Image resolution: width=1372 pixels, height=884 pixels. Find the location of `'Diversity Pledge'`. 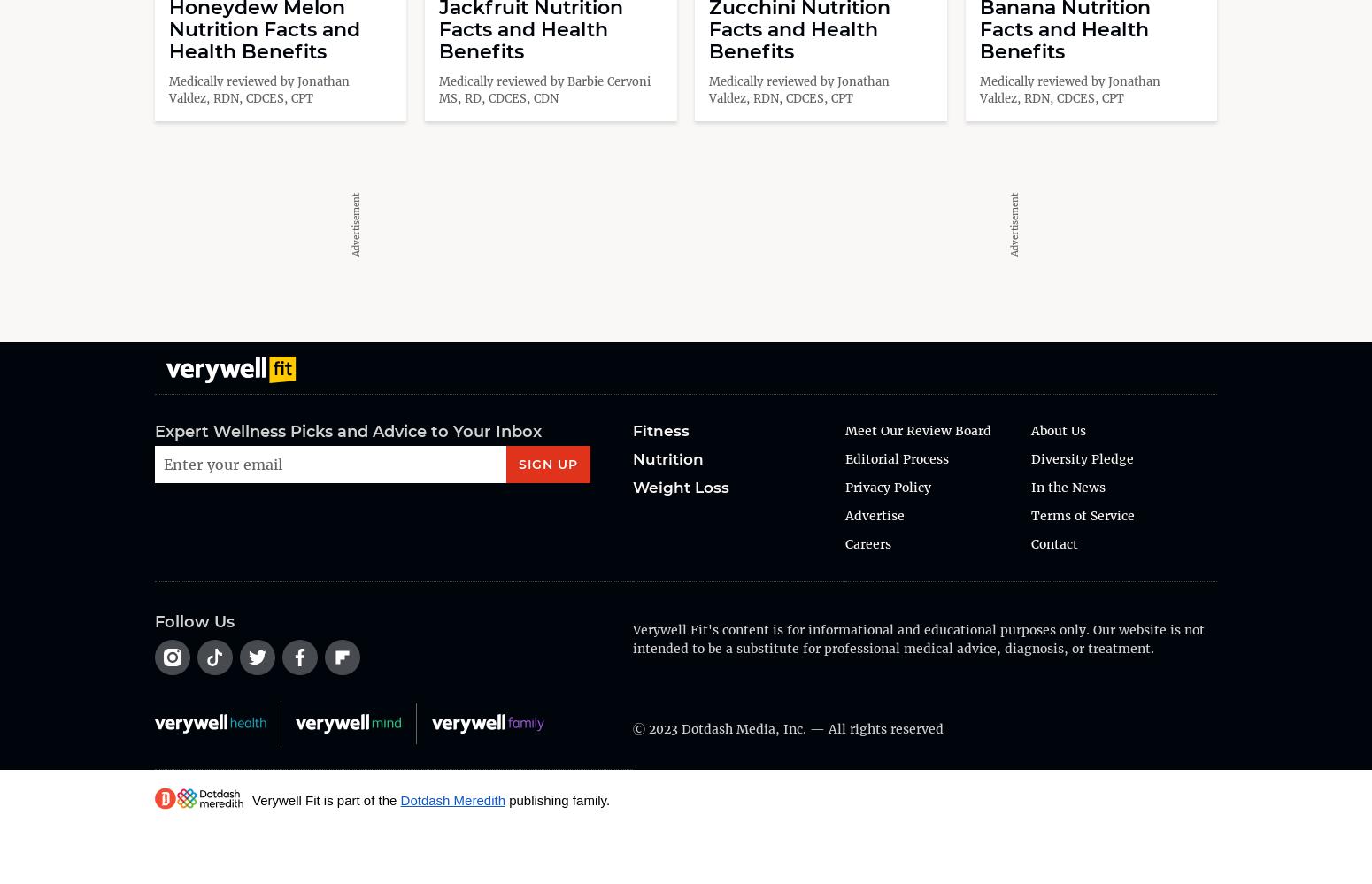

'Diversity Pledge' is located at coordinates (1082, 457).